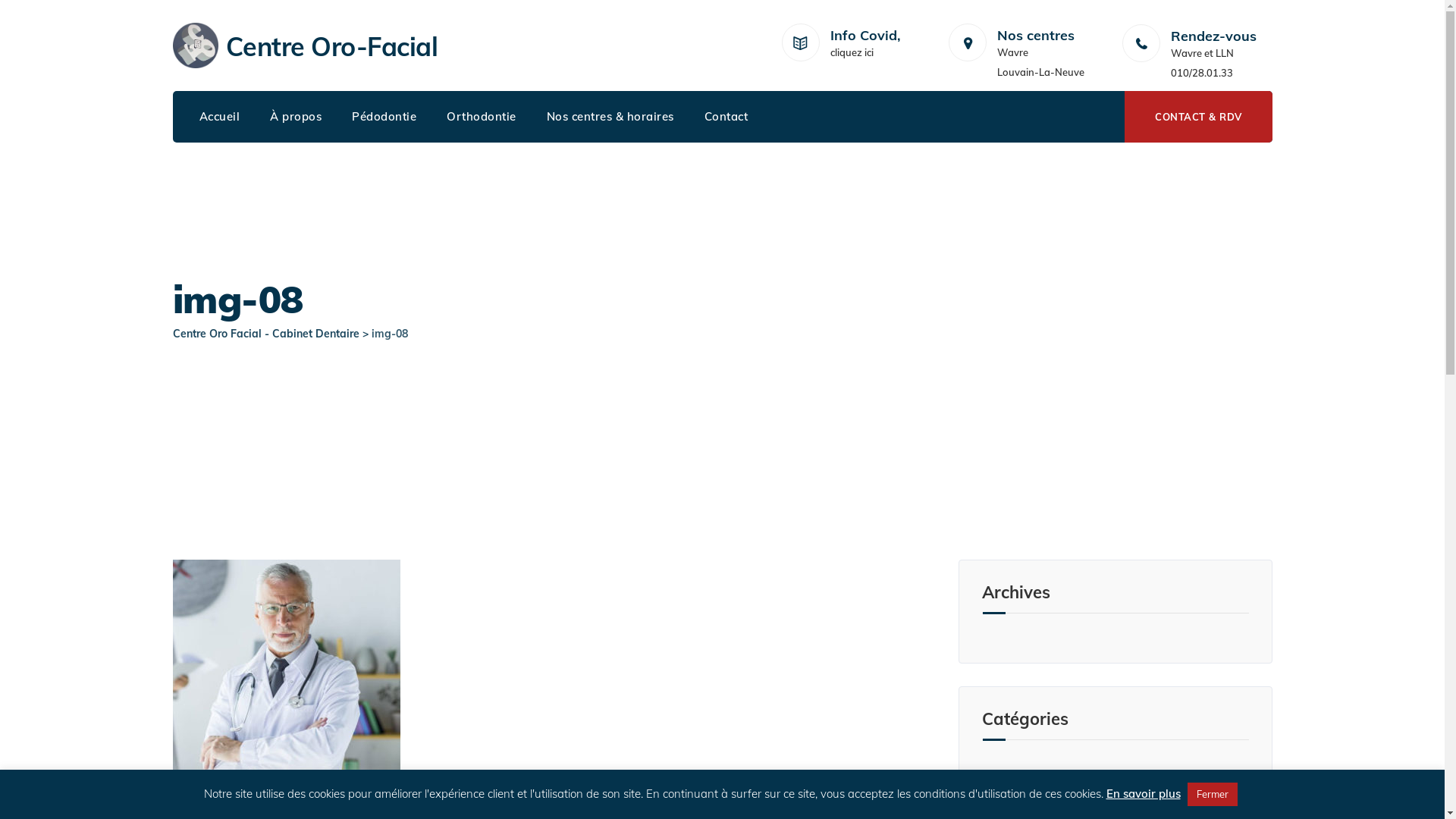 This screenshot has width=1456, height=819. I want to click on 'Fermer', so click(1186, 793).